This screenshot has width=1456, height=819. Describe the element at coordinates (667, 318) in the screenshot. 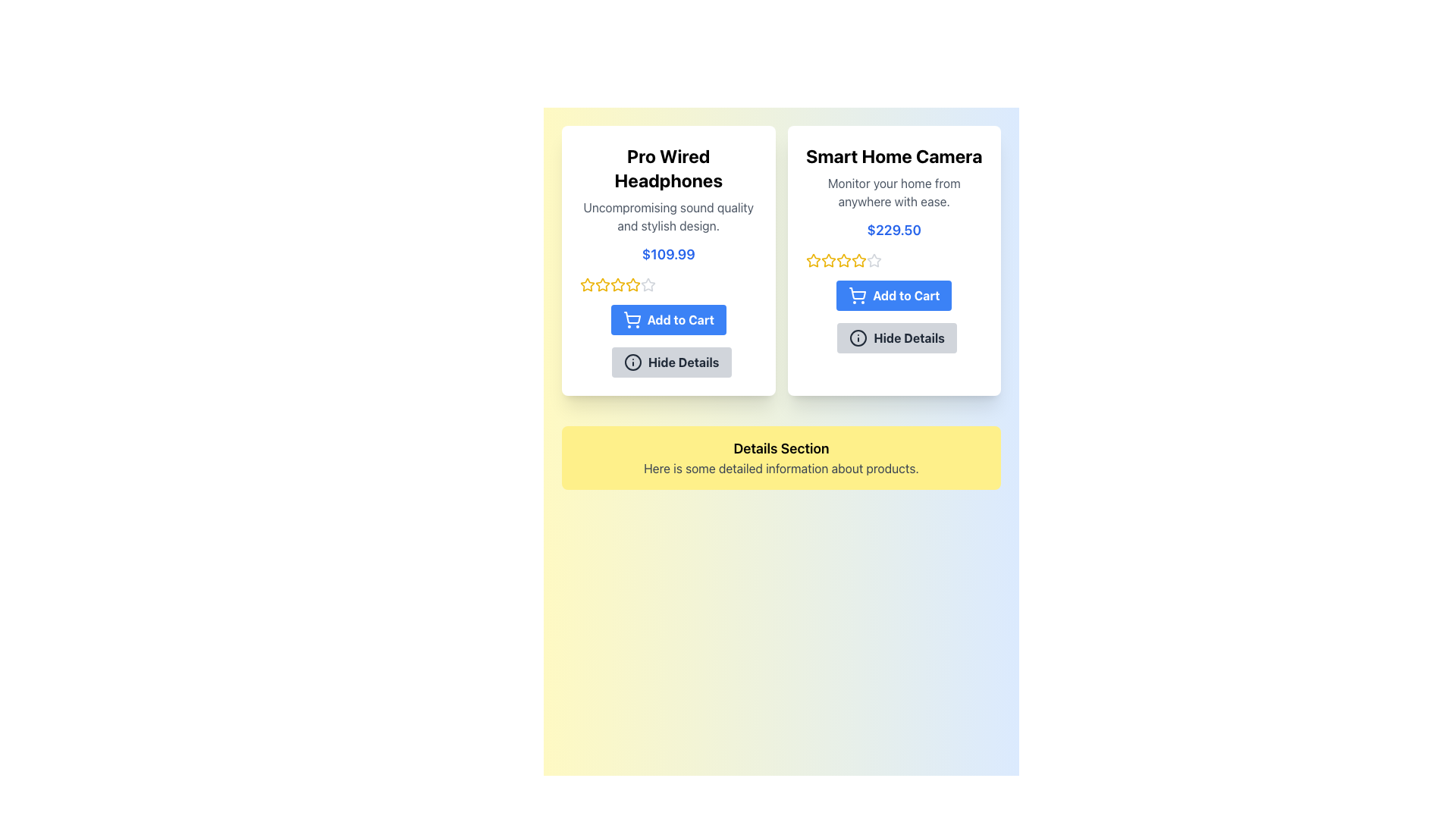

I see `the 'Add to Cart' button for 'Pro Wired Headphones' to transition the background color` at that location.